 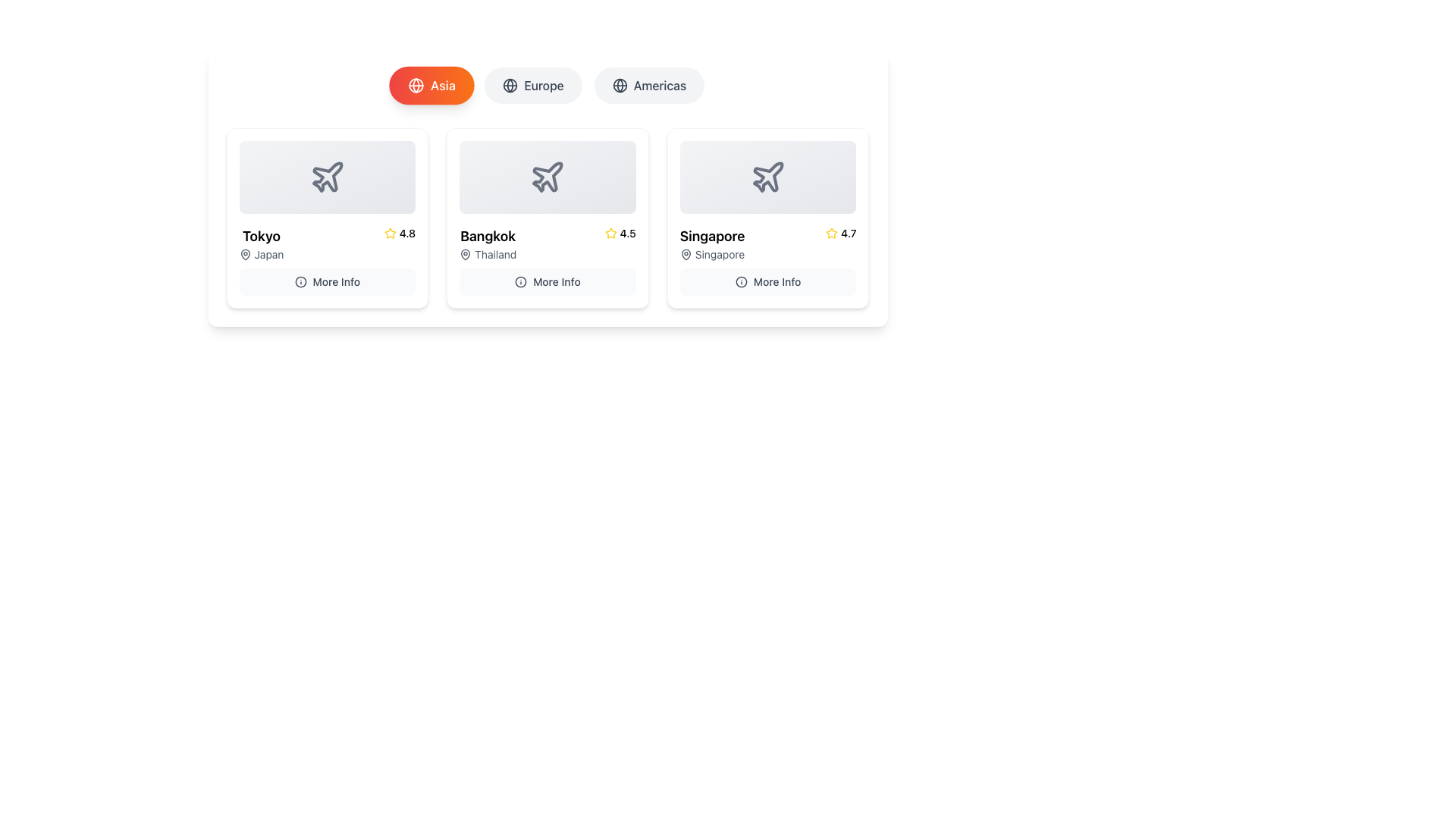 I want to click on the pin icon graphic representing Singapore, which is styled as an outline in the map pin shape, located next to the text 'Singapore' and above the 'More Info' button, so click(x=685, y=253).